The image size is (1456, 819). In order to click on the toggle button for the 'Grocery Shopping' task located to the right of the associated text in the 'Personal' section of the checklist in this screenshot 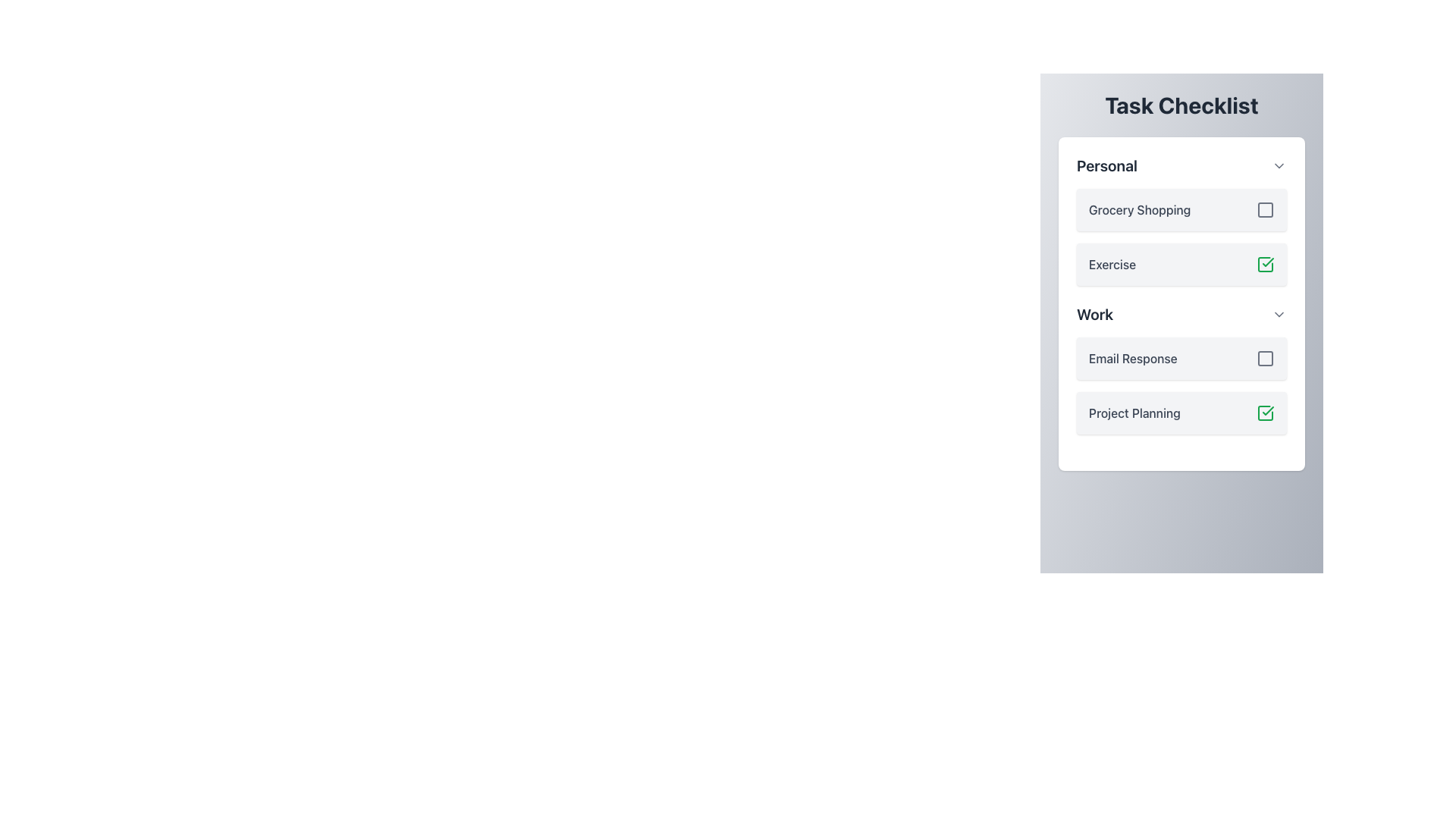, I will do `click(1266, 210)`.